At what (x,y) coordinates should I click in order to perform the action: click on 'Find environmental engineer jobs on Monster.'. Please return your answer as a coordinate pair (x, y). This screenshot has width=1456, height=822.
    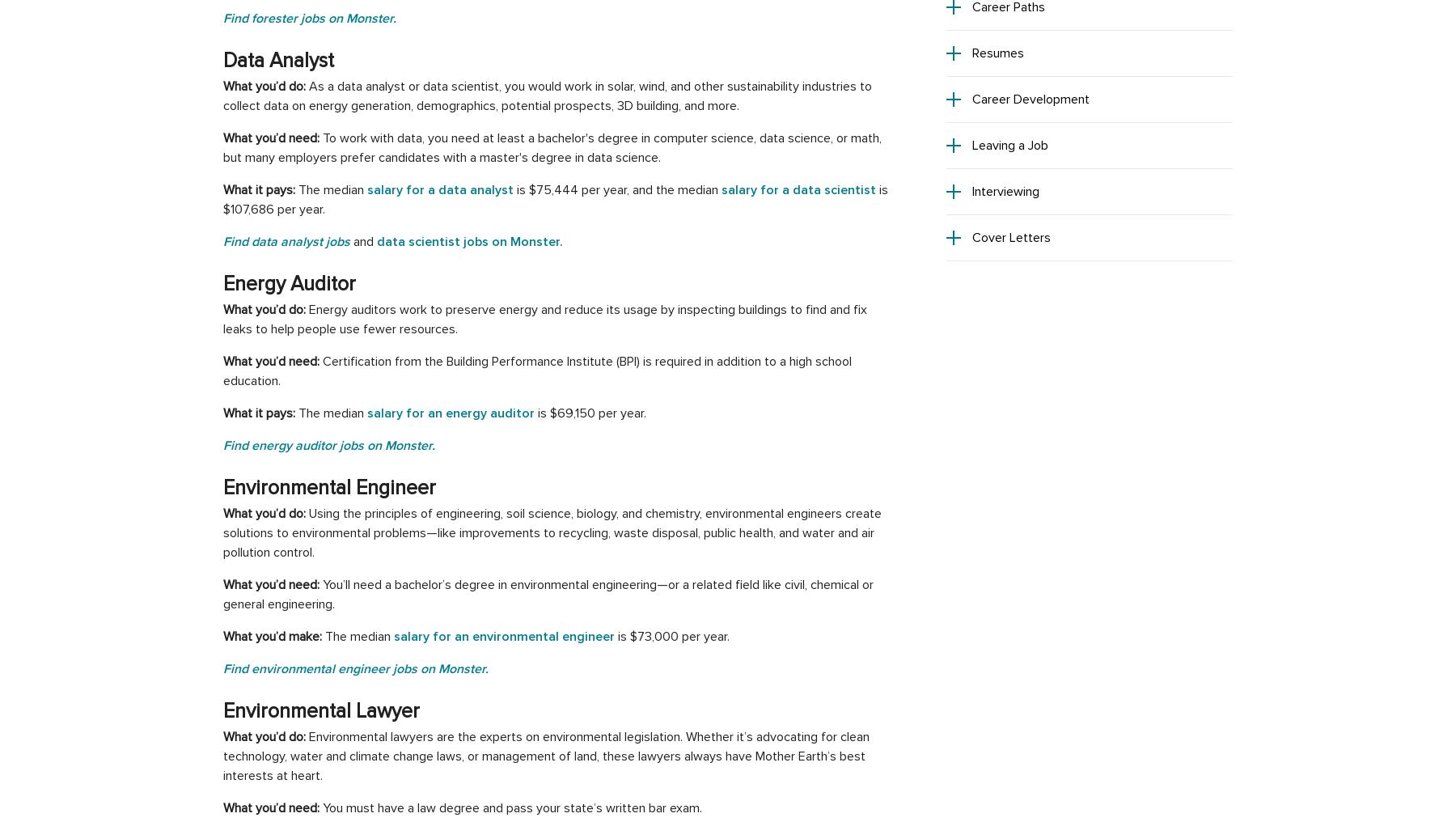
    Looking at the image, I should click on (222, 669).